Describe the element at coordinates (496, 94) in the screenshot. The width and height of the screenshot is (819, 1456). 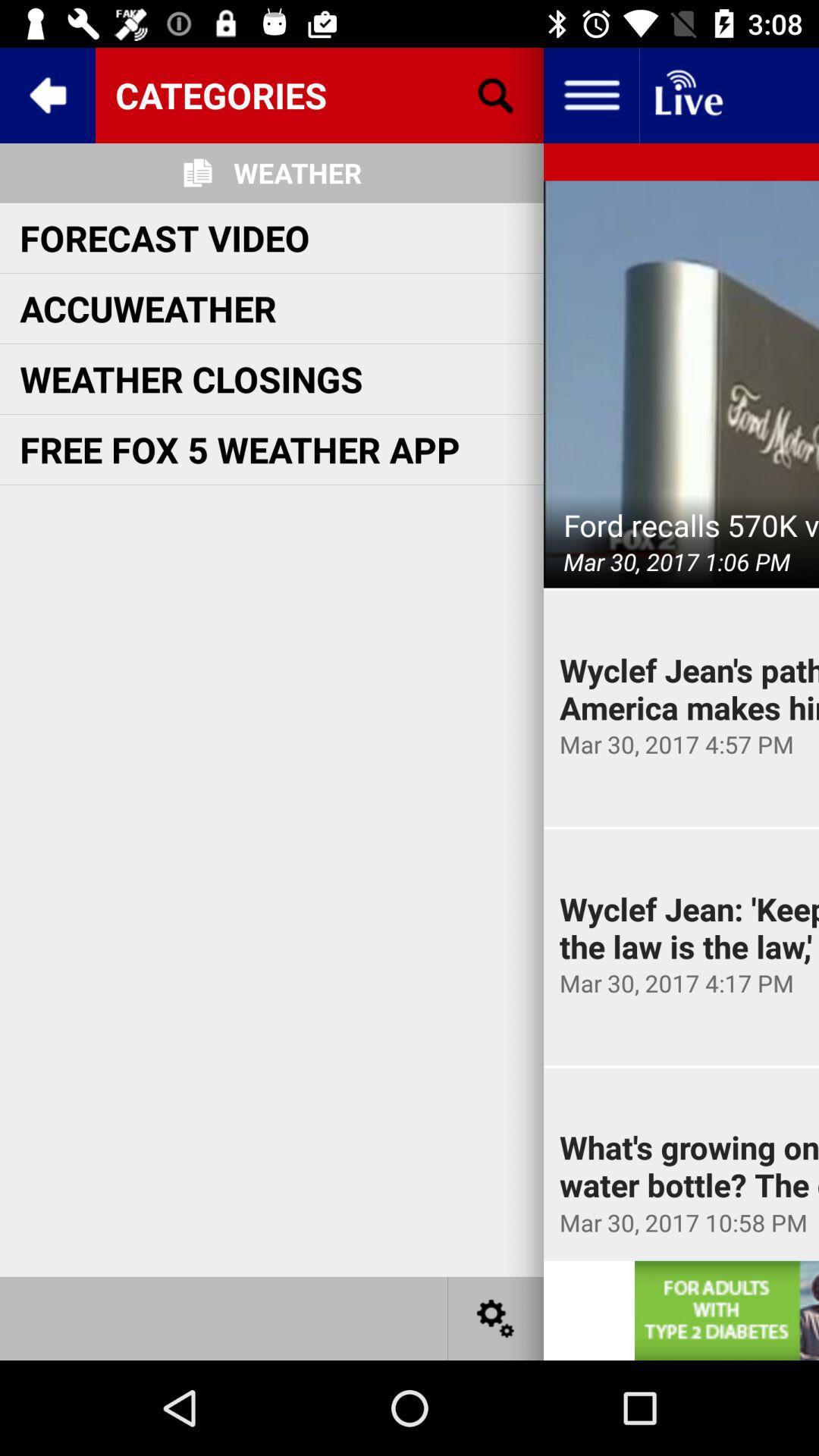
I see `search section` at that location.